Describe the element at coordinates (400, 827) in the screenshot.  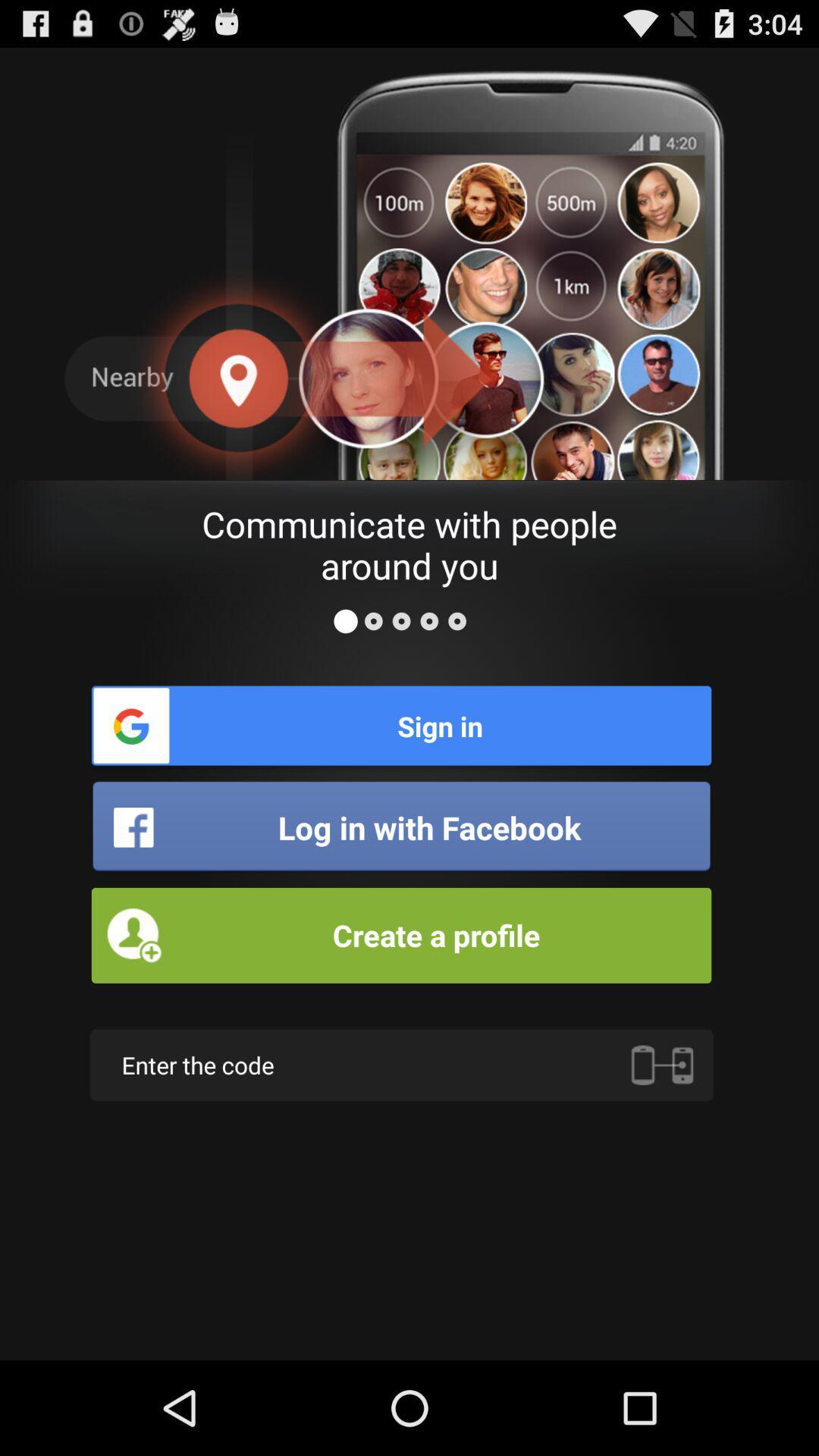
I see `item above the create a profile button` at that location.